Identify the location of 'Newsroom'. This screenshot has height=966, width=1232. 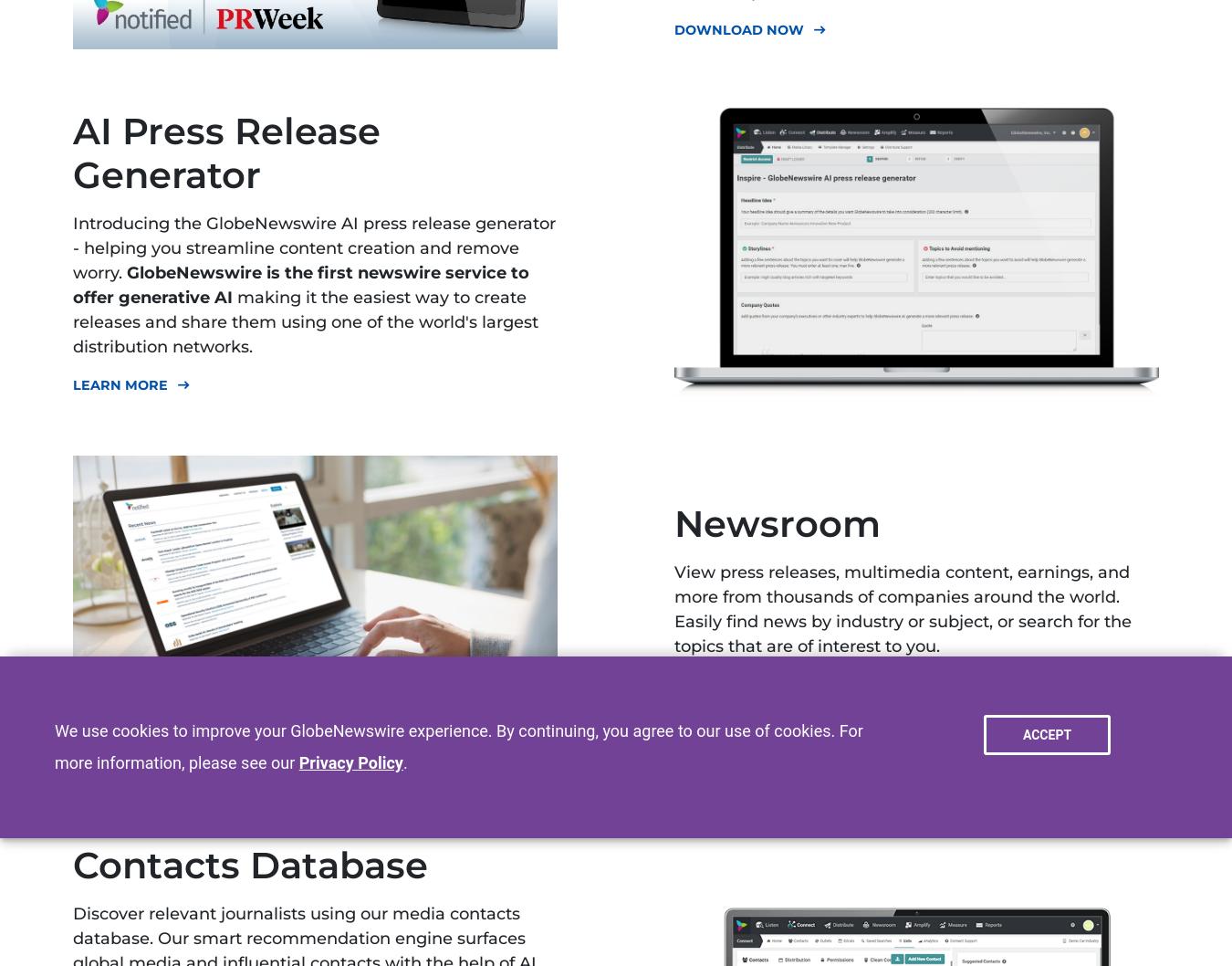
(673, 522).